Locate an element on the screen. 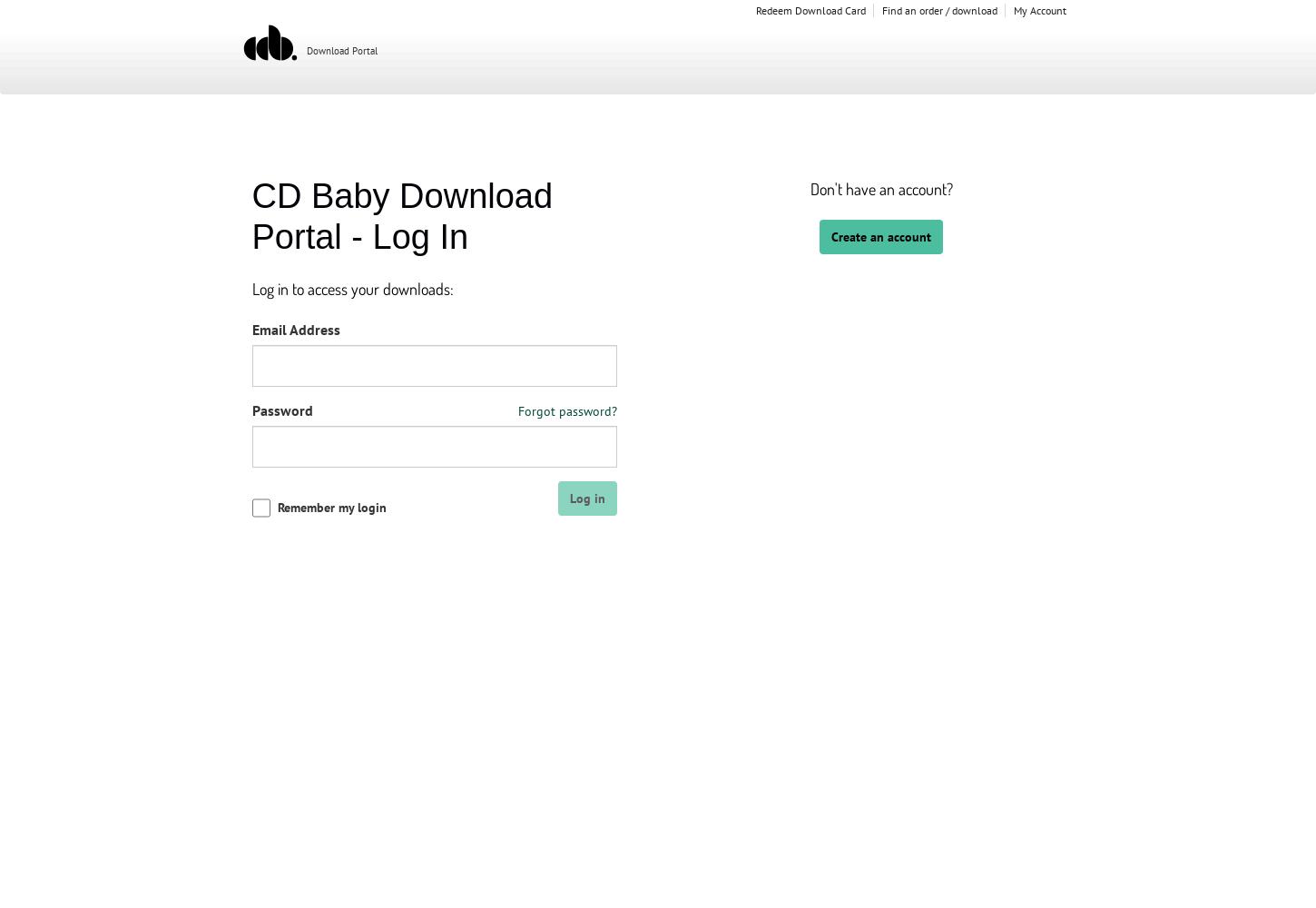 This screenshot has width=1316, height=908. 'Don't have an account?' is located at coordinates (880, 188).